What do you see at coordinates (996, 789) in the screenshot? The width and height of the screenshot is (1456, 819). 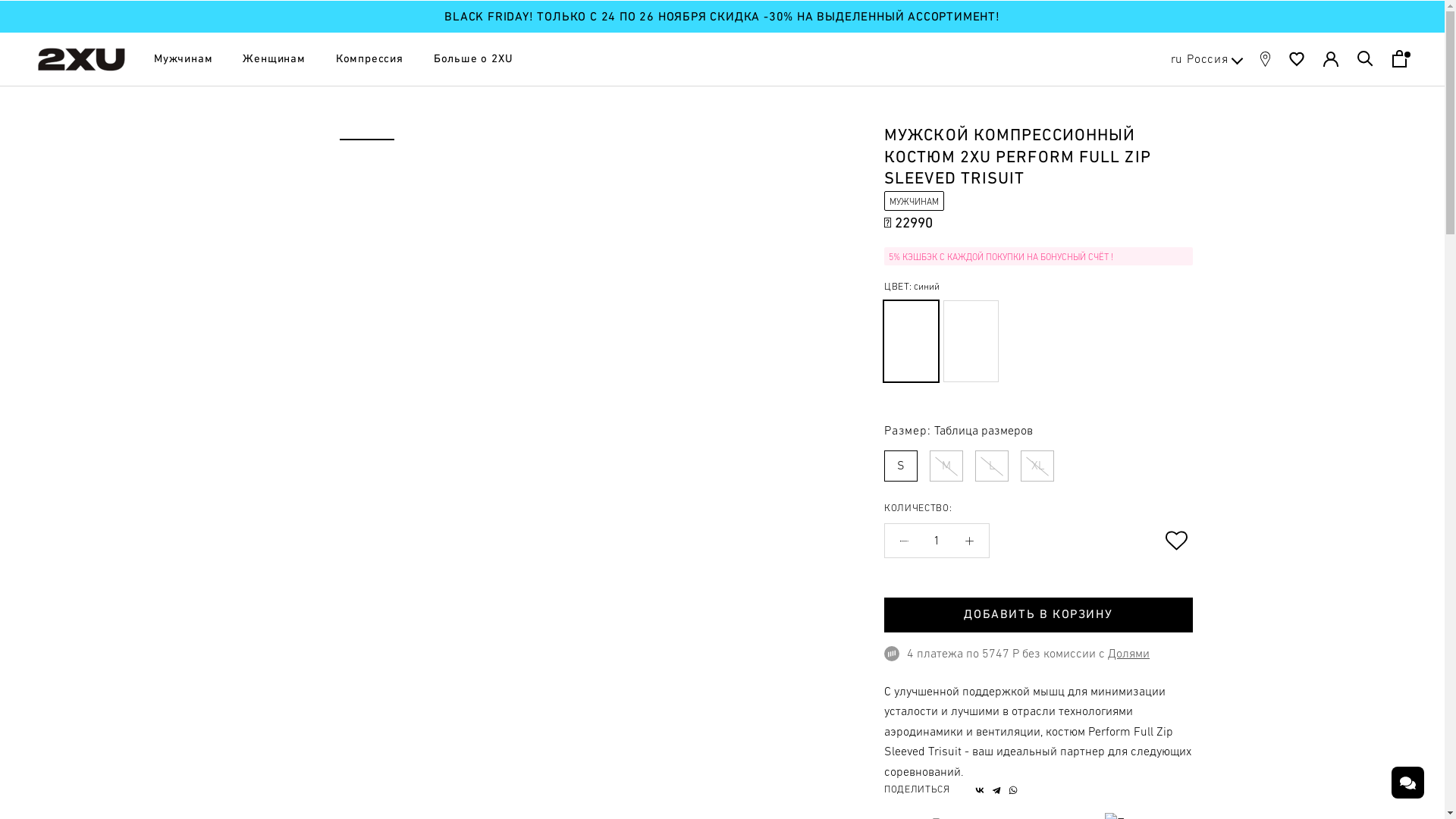 I see `'Telegram'` at bounding box center [996, 789].